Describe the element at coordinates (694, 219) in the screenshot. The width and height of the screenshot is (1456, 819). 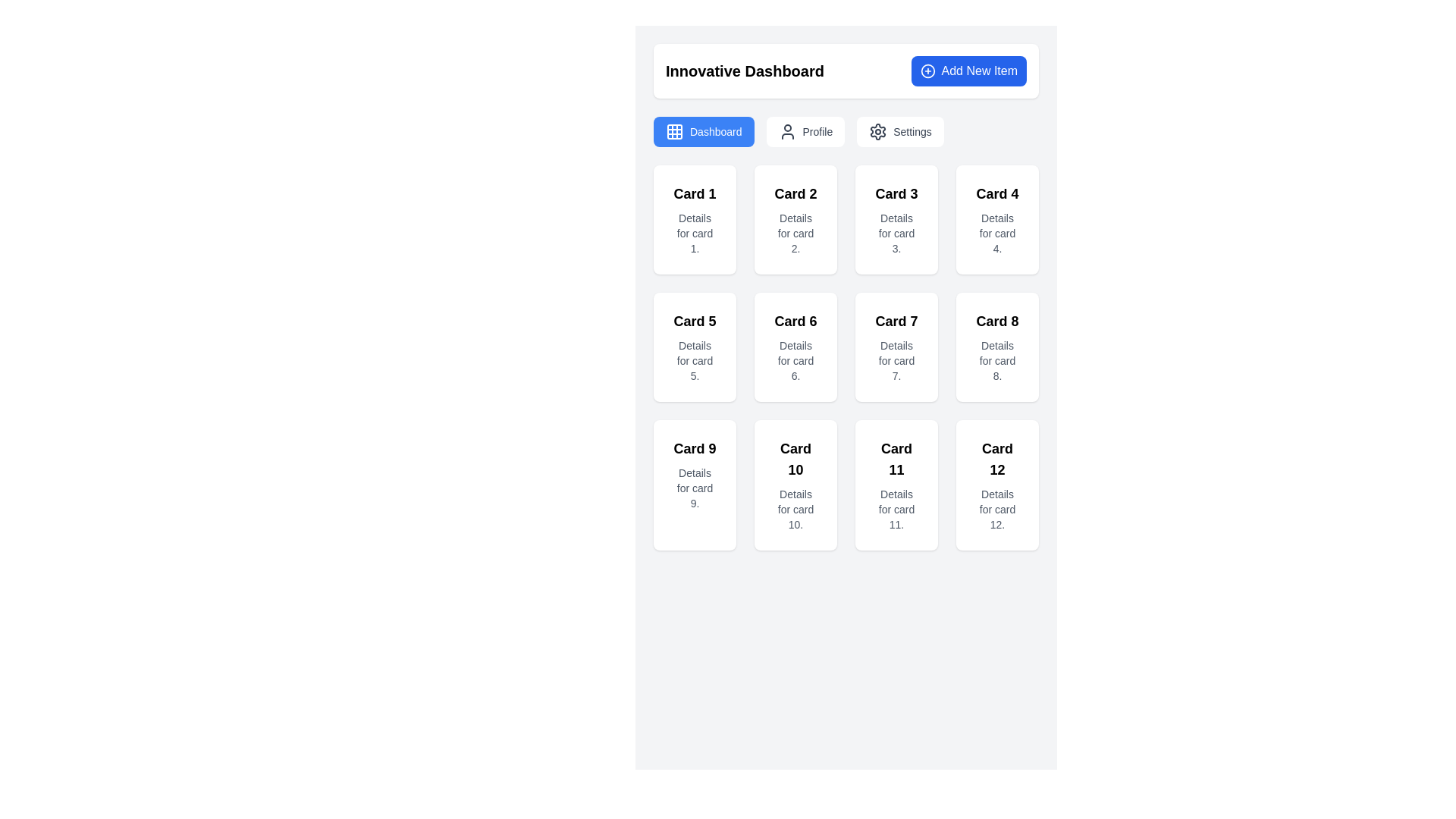
I see `the card located in the first row, first column of the grid, displaying a title and additional details` at that location.